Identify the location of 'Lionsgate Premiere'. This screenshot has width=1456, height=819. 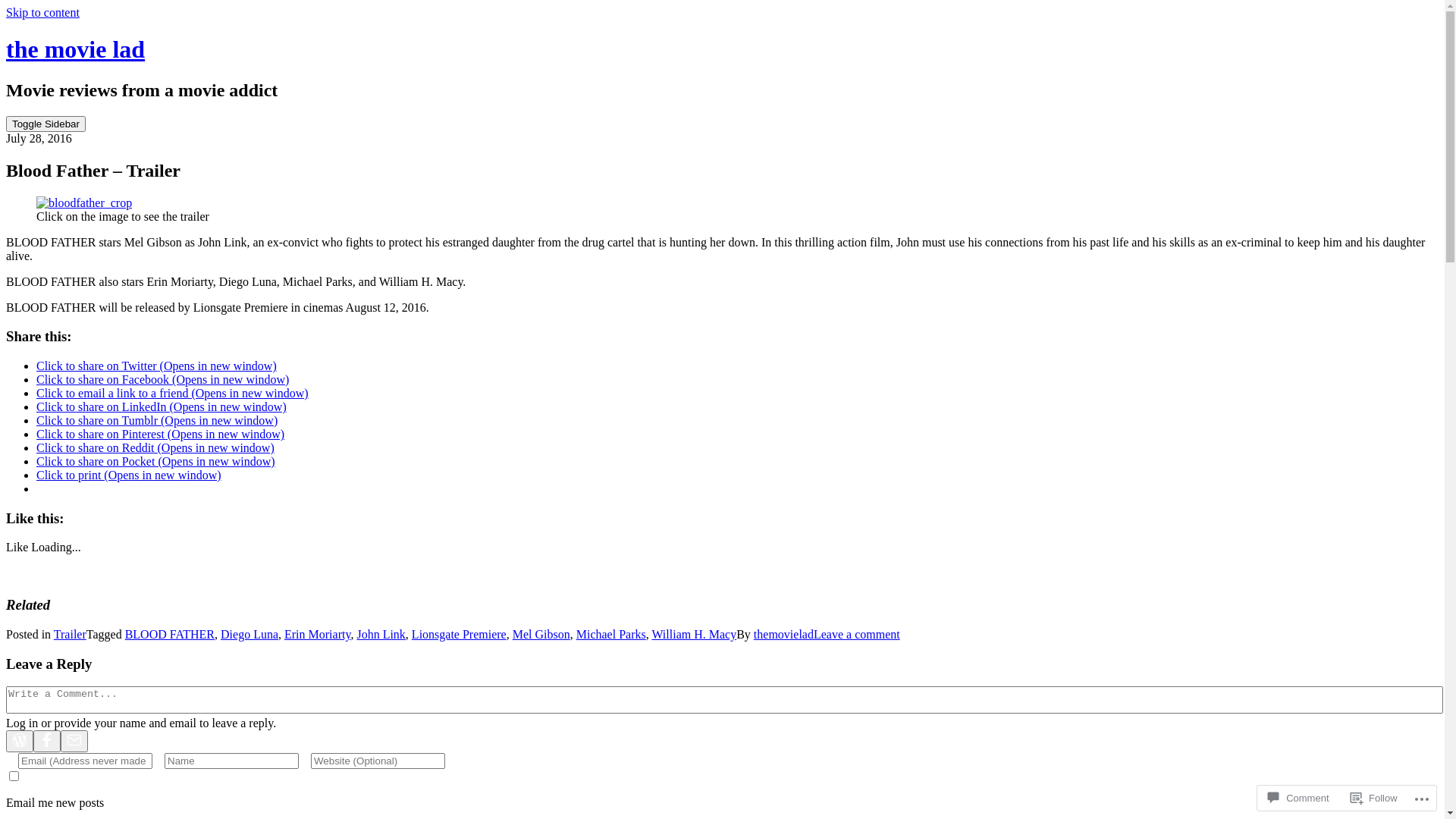
(458, 634).